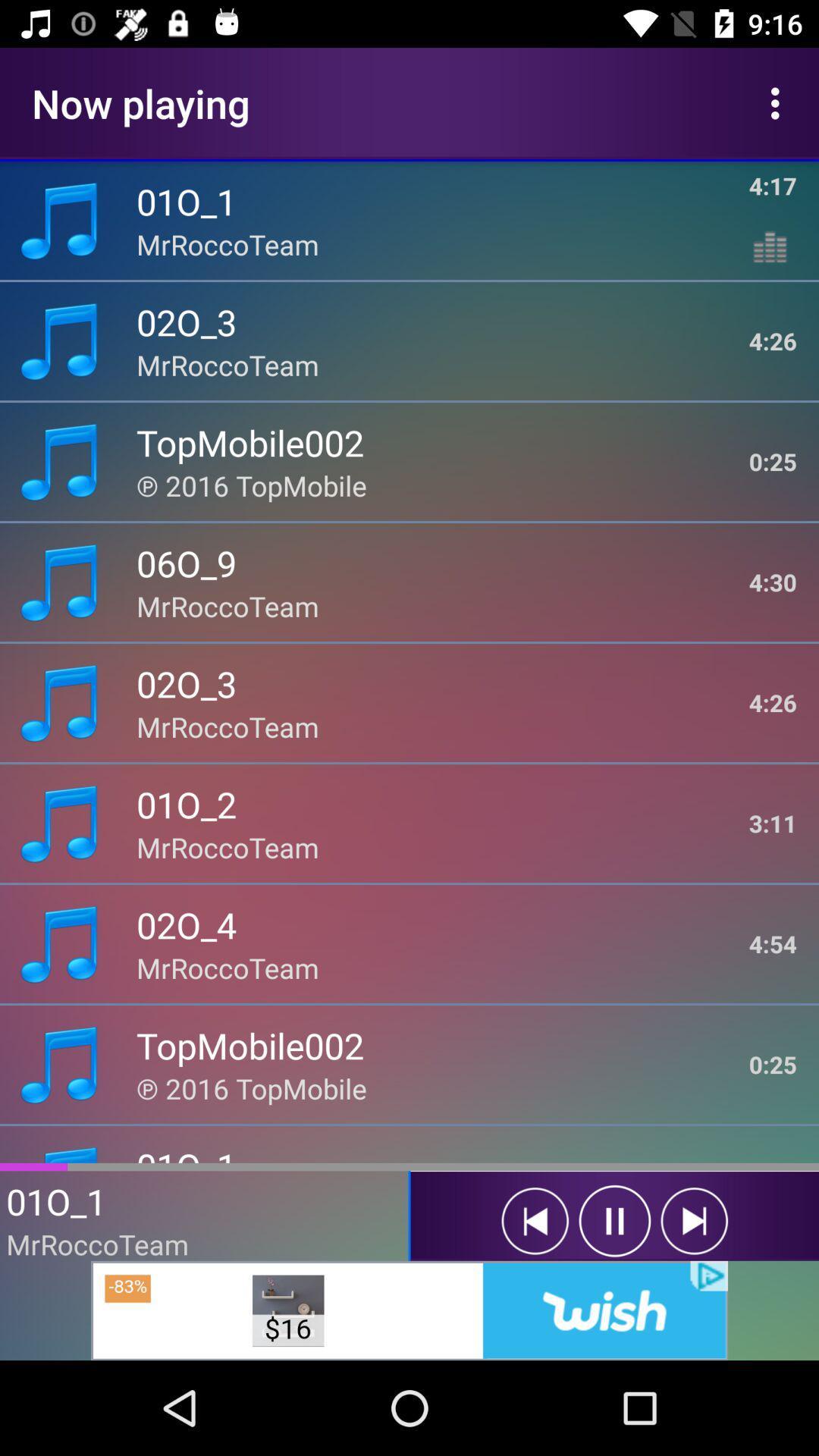  What do you see at coordinates (534, 1221) in the screenshot?
I see `previous track` at bounding box center [534, 1221].